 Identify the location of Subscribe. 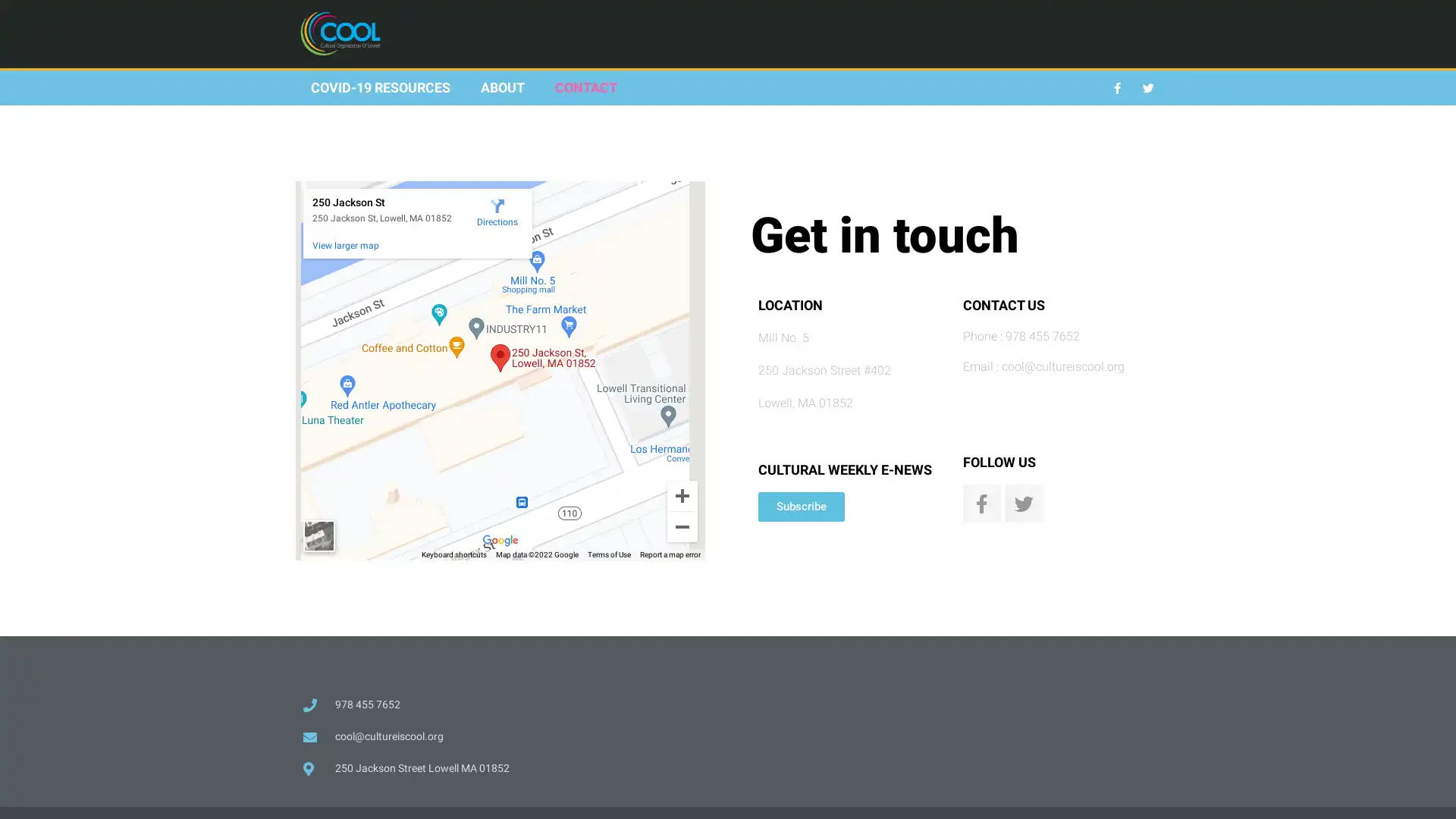
(800, 507).